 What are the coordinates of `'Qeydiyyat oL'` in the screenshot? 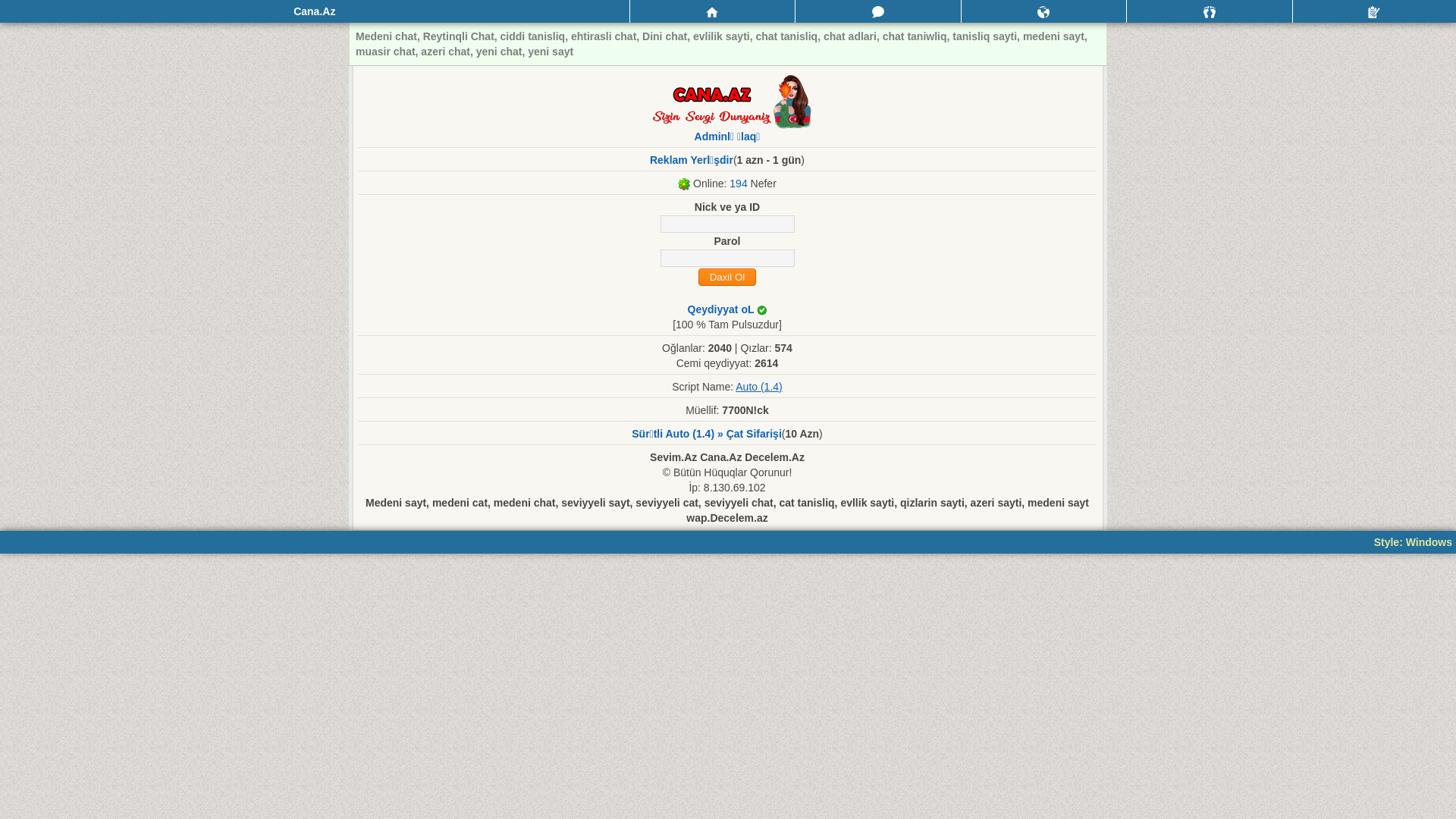 It's located at (722, 309).